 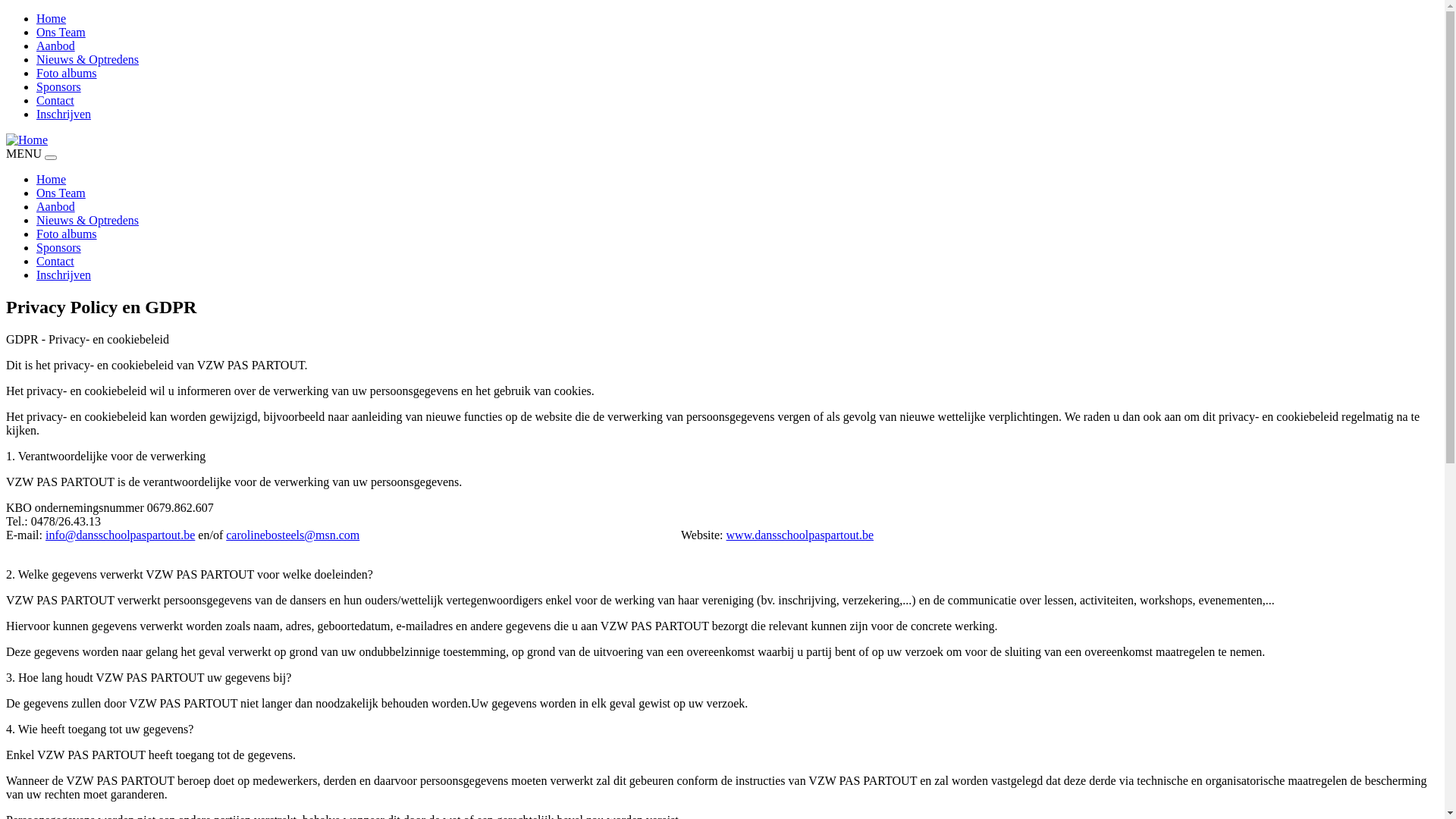 I want to click on 'carolinebosteels@msn.com', so click(x=292, y=534).